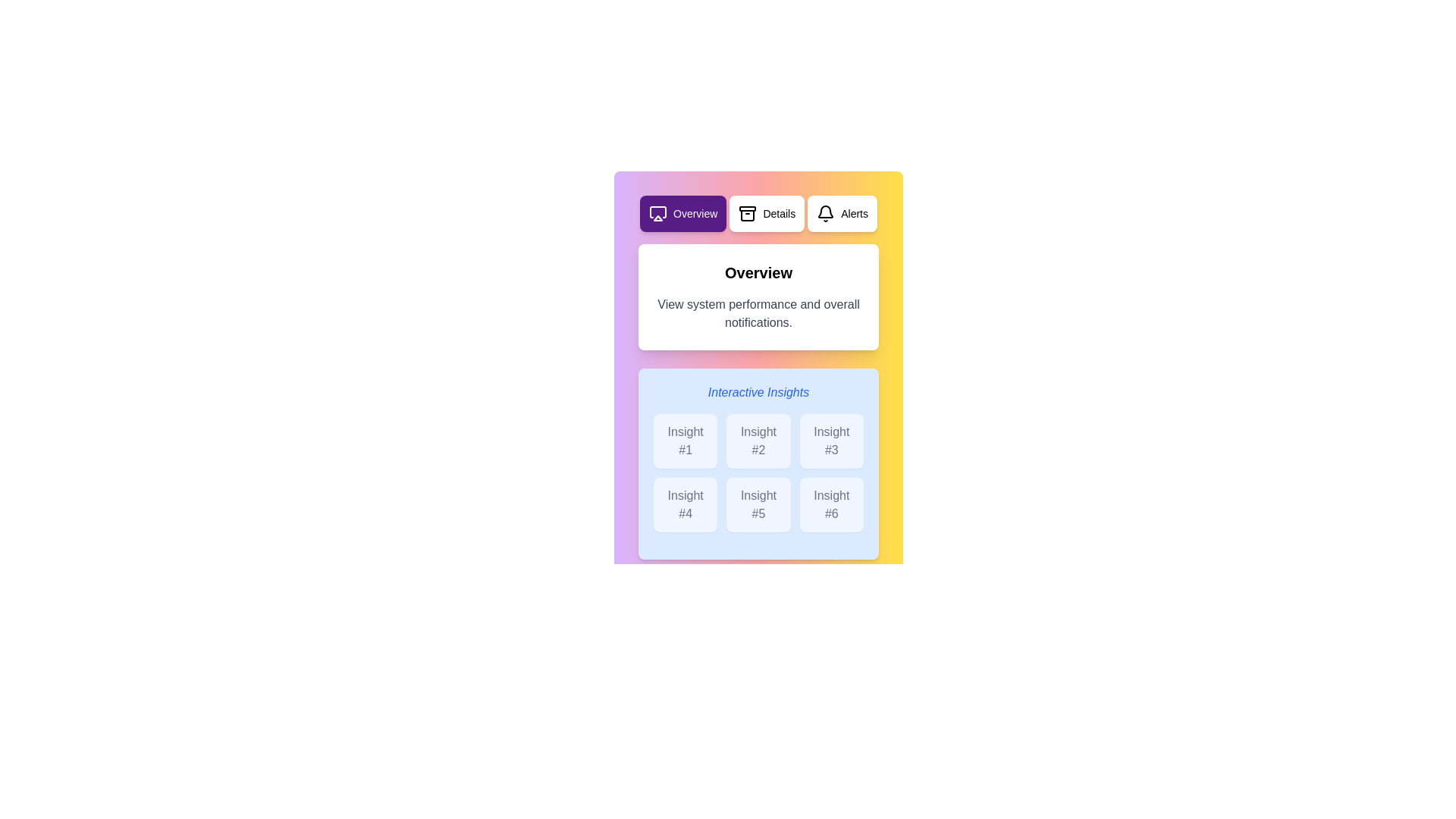 This screenshot has width=1456, height=819. What do you see at coordinates (682, 213) in the screenshot?
I see `the Overview tab to view its content` at bounding box center [682, 213].